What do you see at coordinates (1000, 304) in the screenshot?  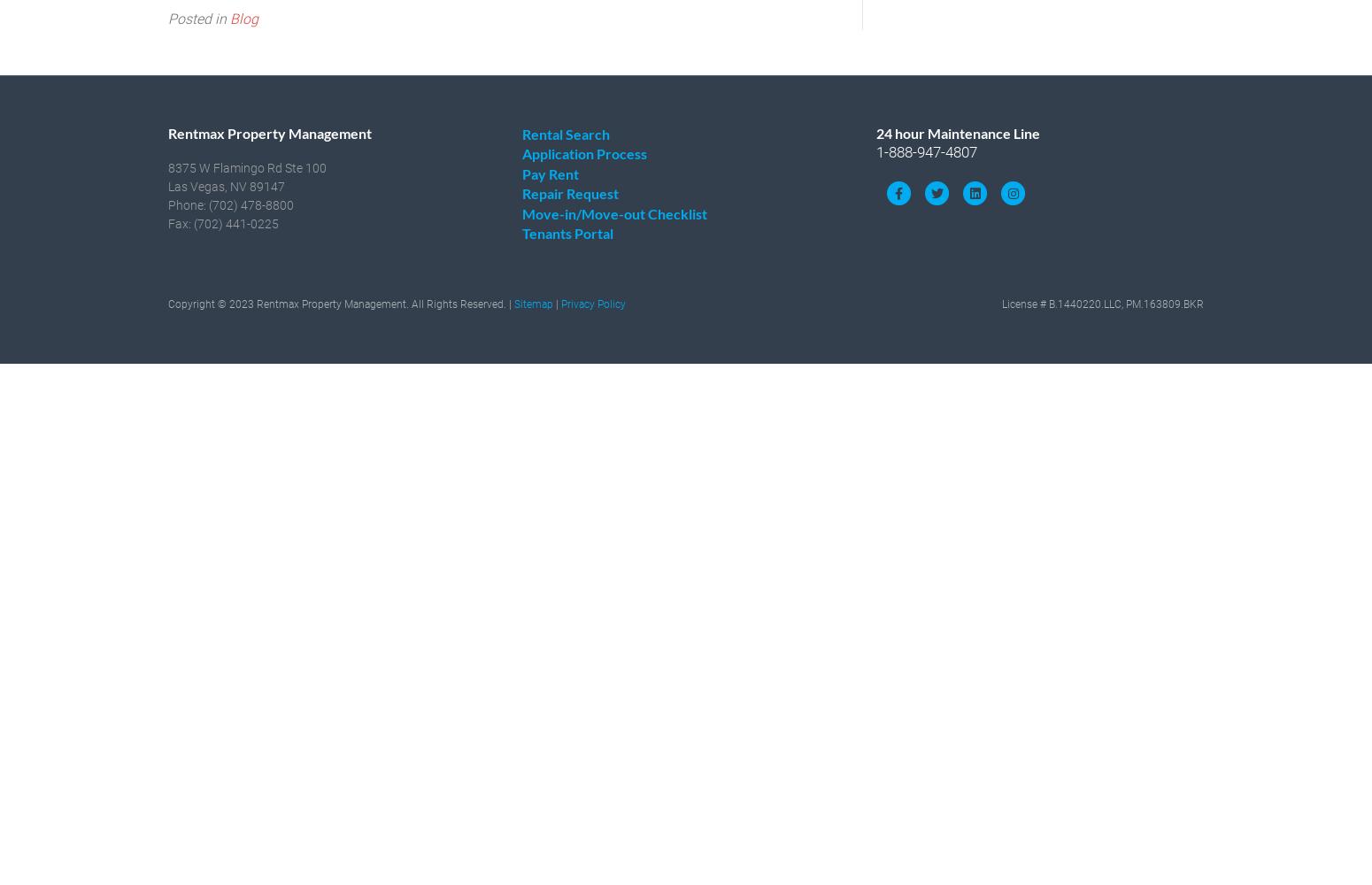 I see `'License # B.1440220.LLC, PM.163809.BKR'` at bounding box center [1000, 304].